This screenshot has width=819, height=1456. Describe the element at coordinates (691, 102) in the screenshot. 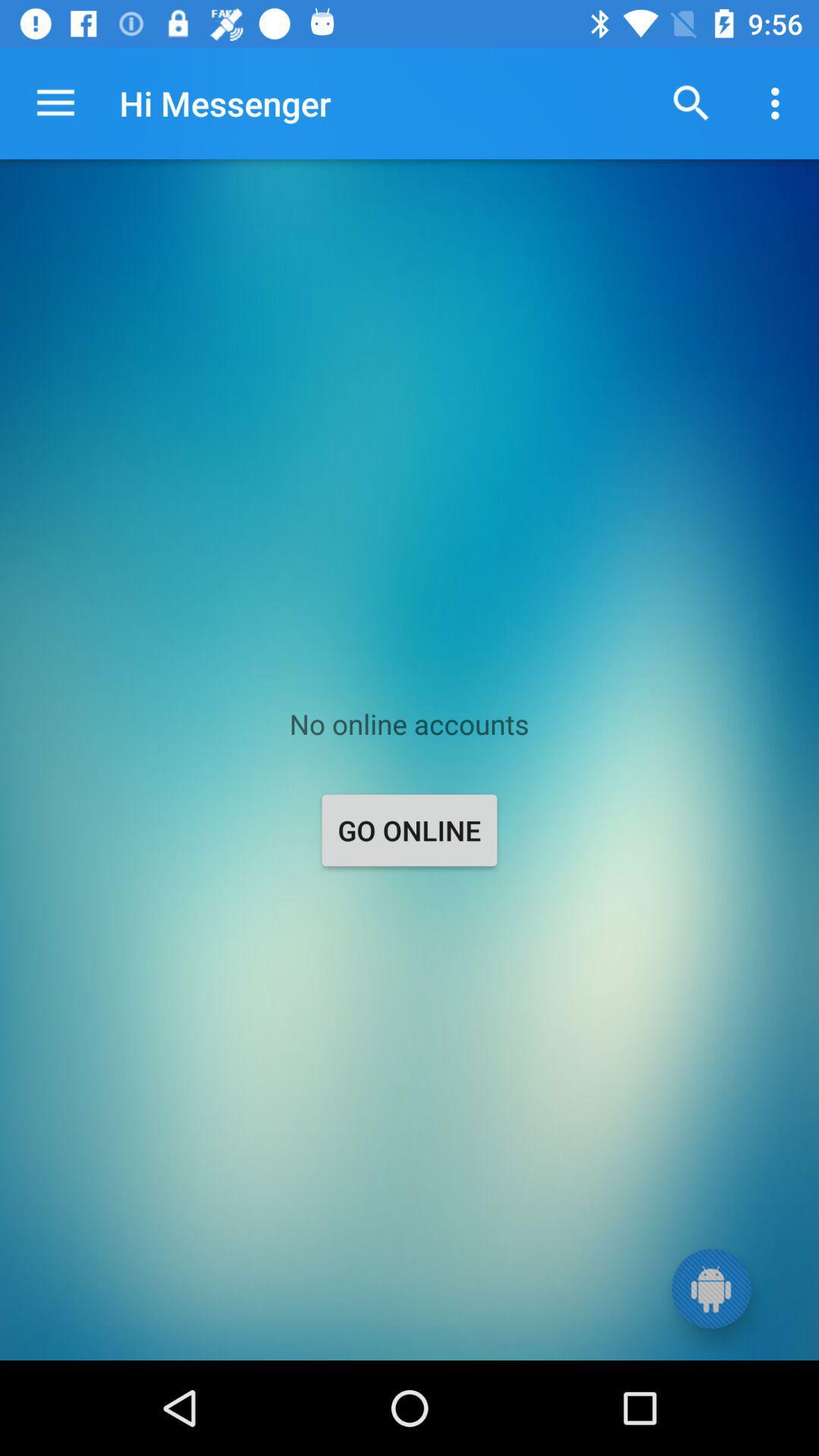

I see `the item to the right of hi messenger item` at that location.